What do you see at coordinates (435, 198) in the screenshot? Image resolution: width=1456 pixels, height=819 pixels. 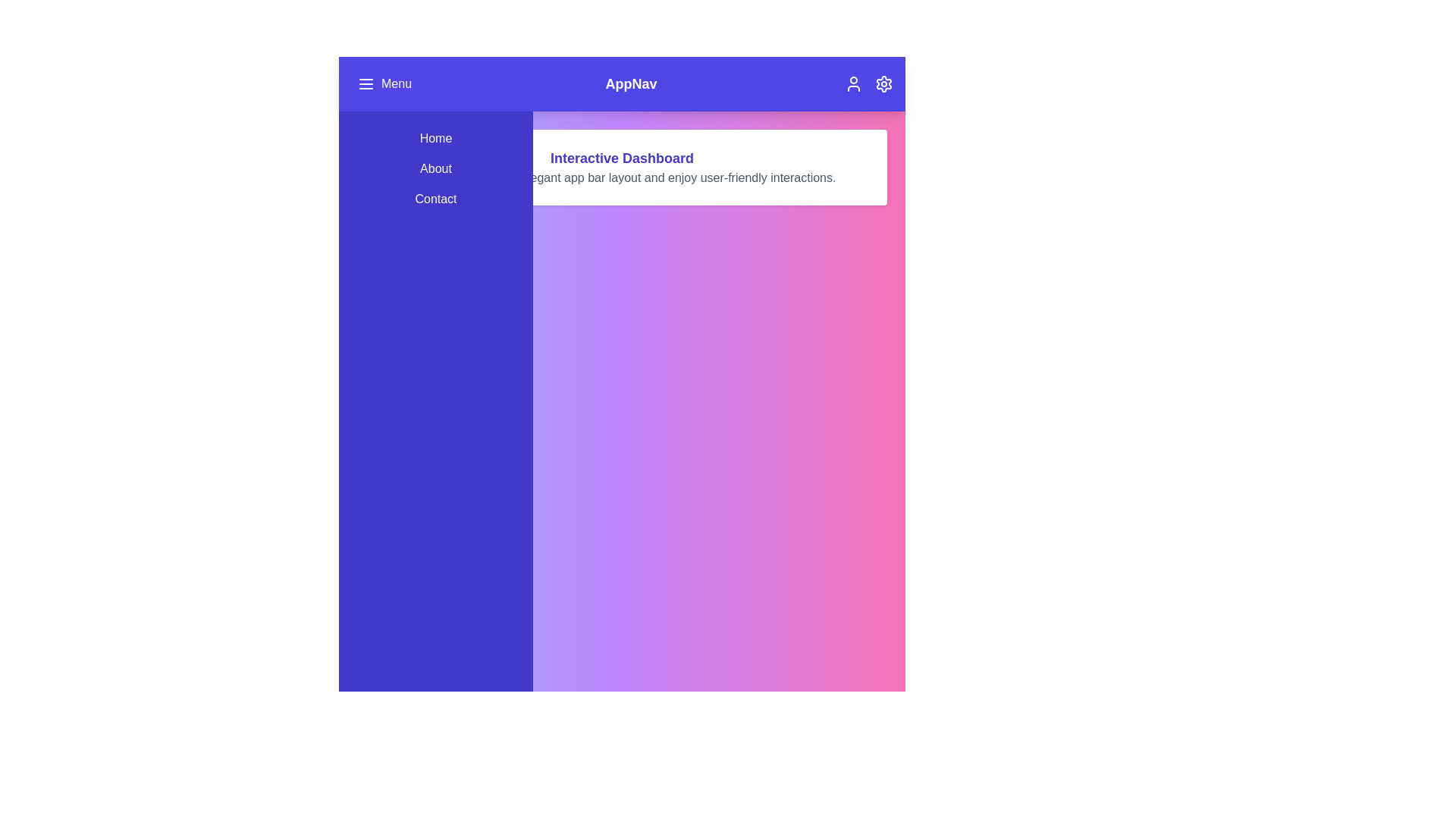 I see `the menu item Contact` at bounding box center [435, 198].